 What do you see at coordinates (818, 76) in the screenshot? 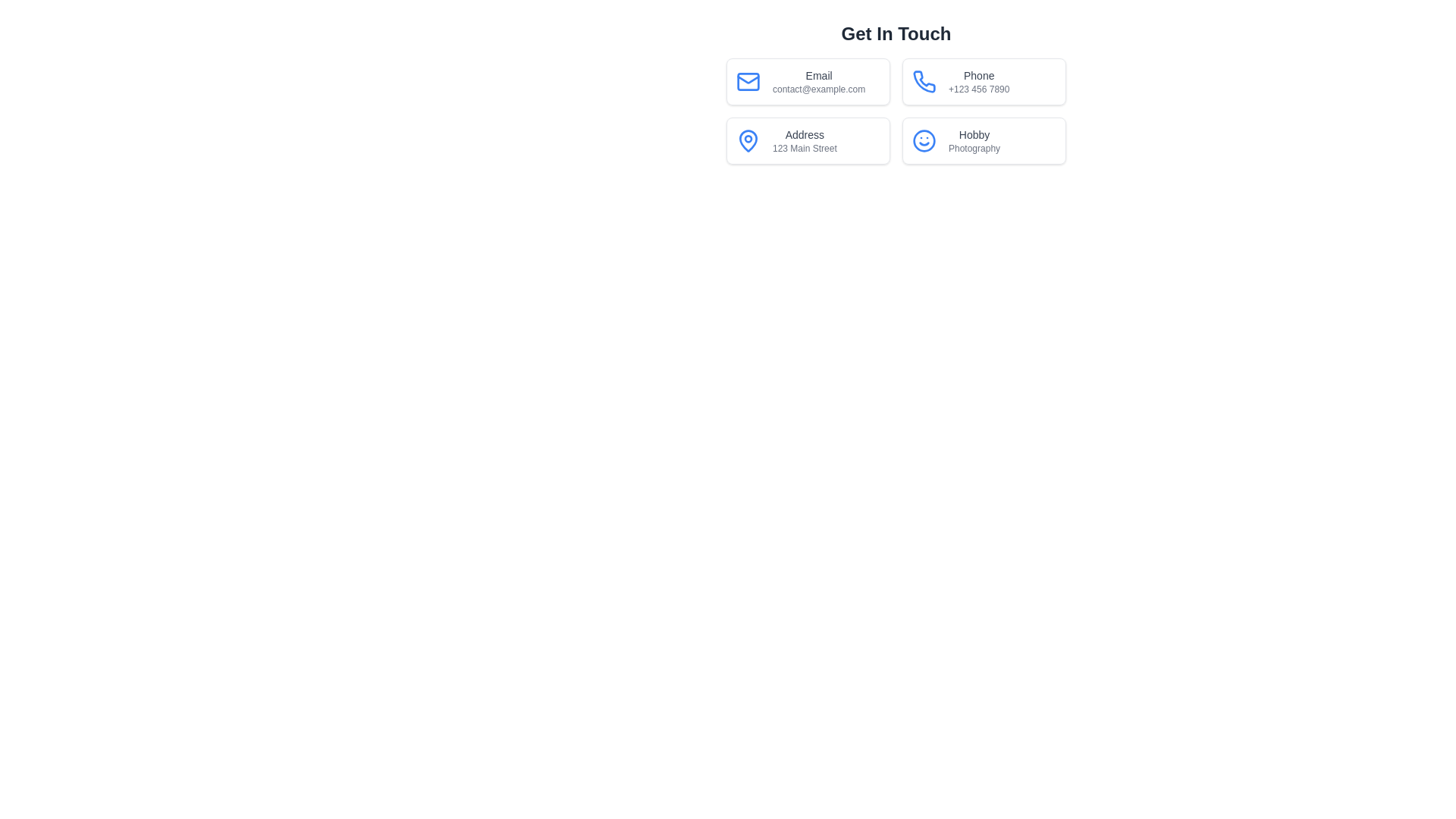
I see `the label that indicates the email address, which is positioned above the text element 'contact@example.com' within the email contact card` at bounding box center [818, 76].